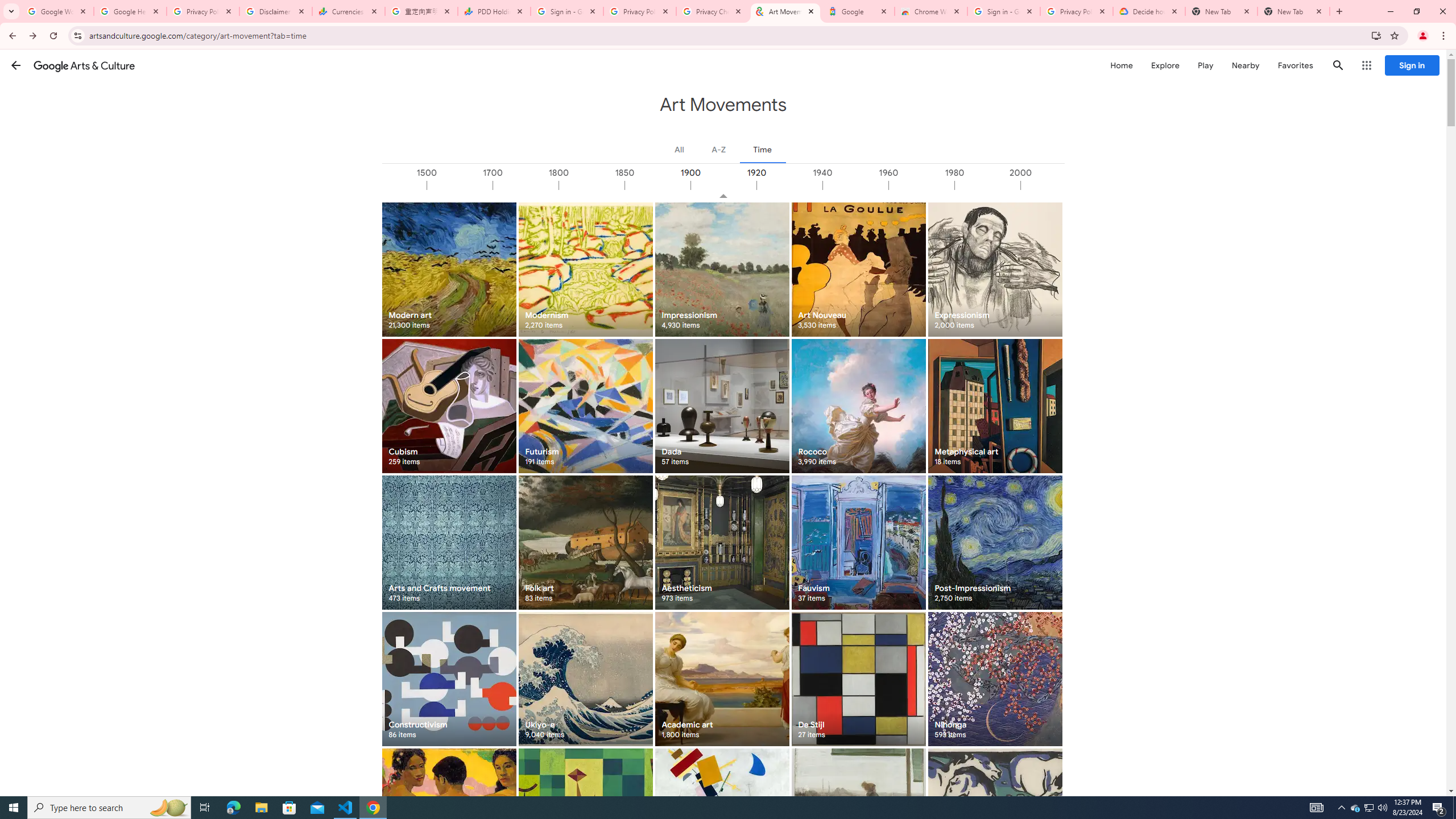  I want to click on 'Play', so click(1205, 65).